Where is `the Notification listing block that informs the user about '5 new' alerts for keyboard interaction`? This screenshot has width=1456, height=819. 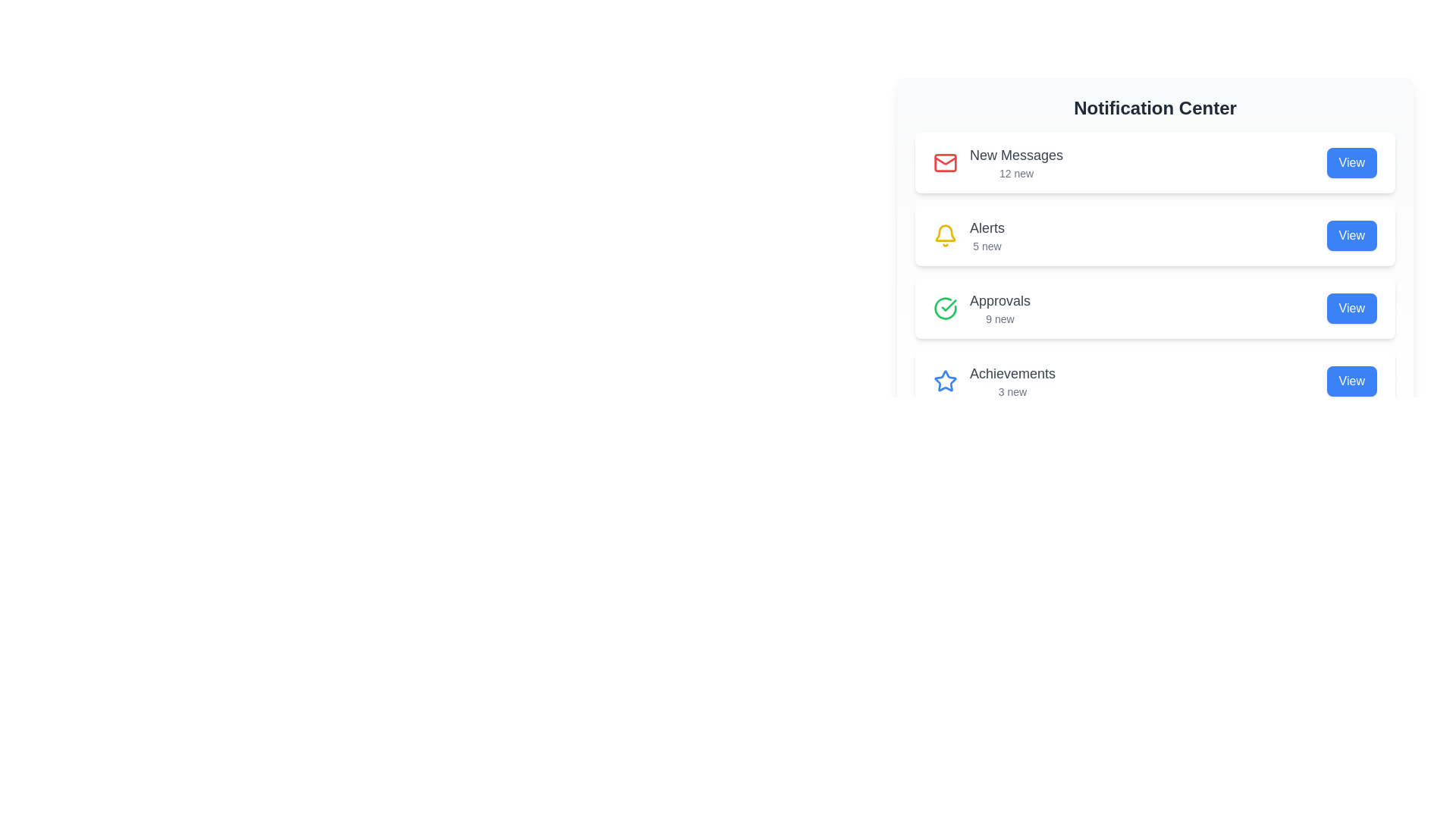
the Notification listing block that informs the user about '5 new' alerts for keyboard interaction is located at coordinates (1154, 228).